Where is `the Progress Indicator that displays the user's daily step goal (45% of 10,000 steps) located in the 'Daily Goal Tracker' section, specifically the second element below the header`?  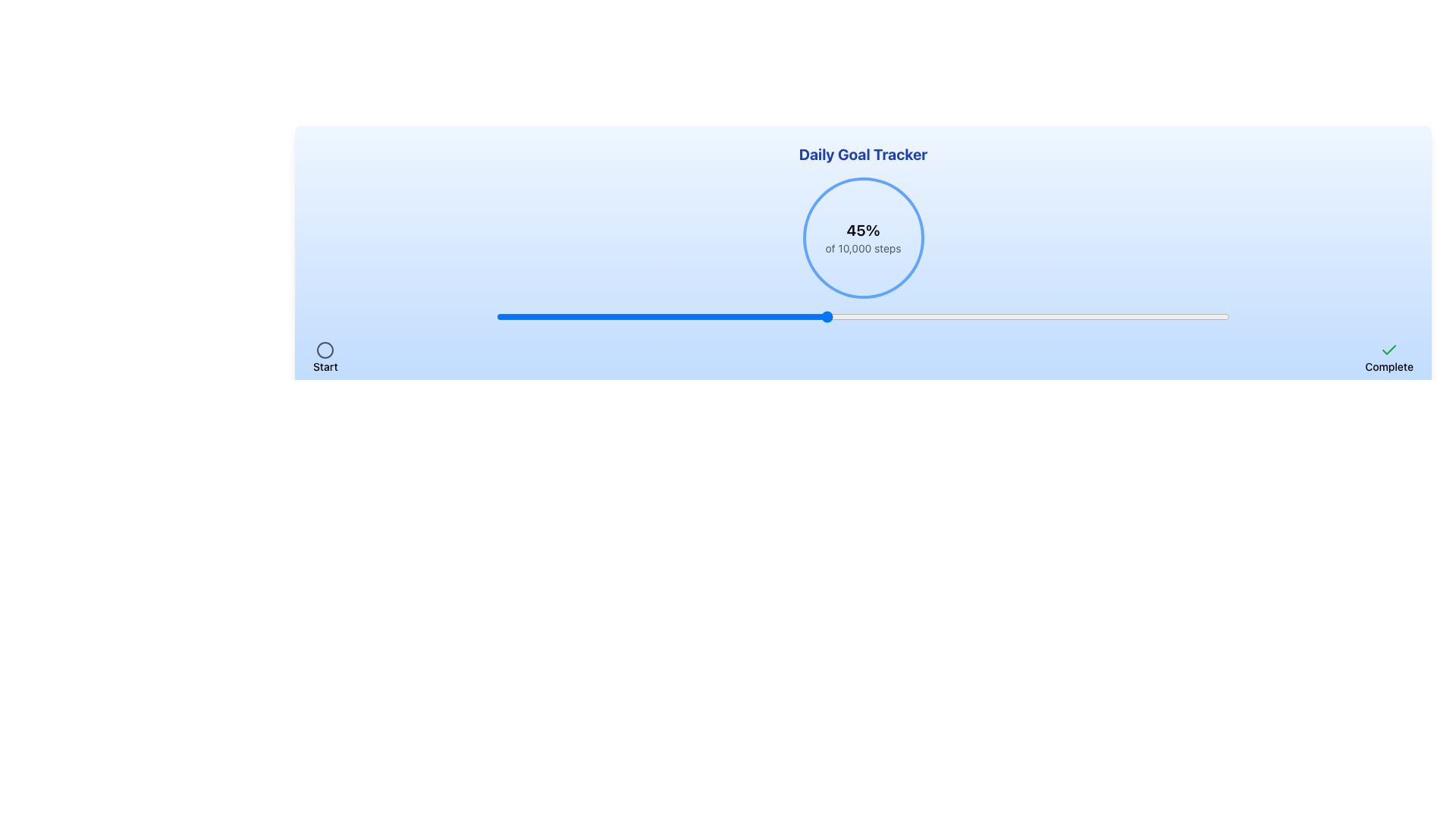
the Progress Indicator that displays the user's daily step goal (45% of 10,000 steps) located in the 'Daily Goal Tracker' section, specifically the second element below the header is located at coordinates (863, 237).